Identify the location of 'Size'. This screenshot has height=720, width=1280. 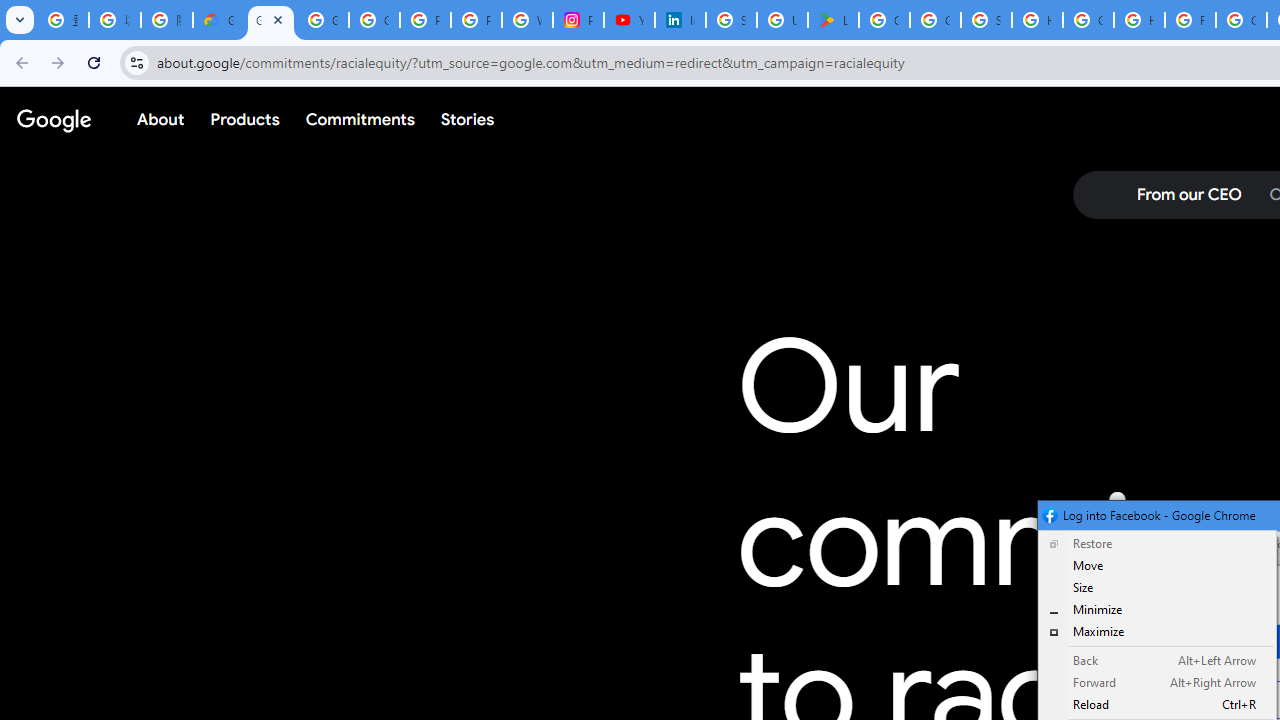
(1157, 586).